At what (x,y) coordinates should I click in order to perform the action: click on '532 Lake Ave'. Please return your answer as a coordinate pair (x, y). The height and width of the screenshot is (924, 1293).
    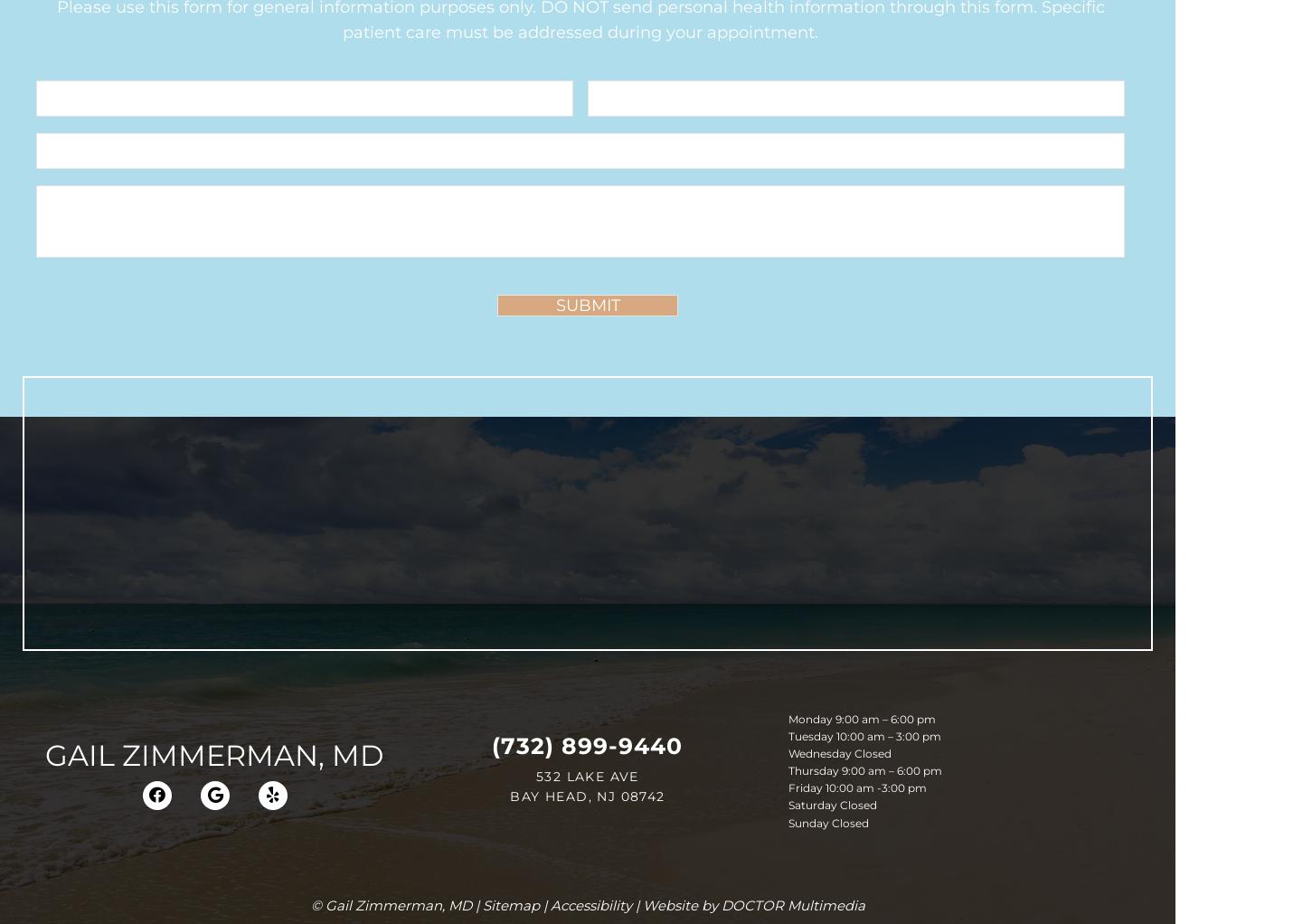
    Looking at the image, I should click on (587, 775).